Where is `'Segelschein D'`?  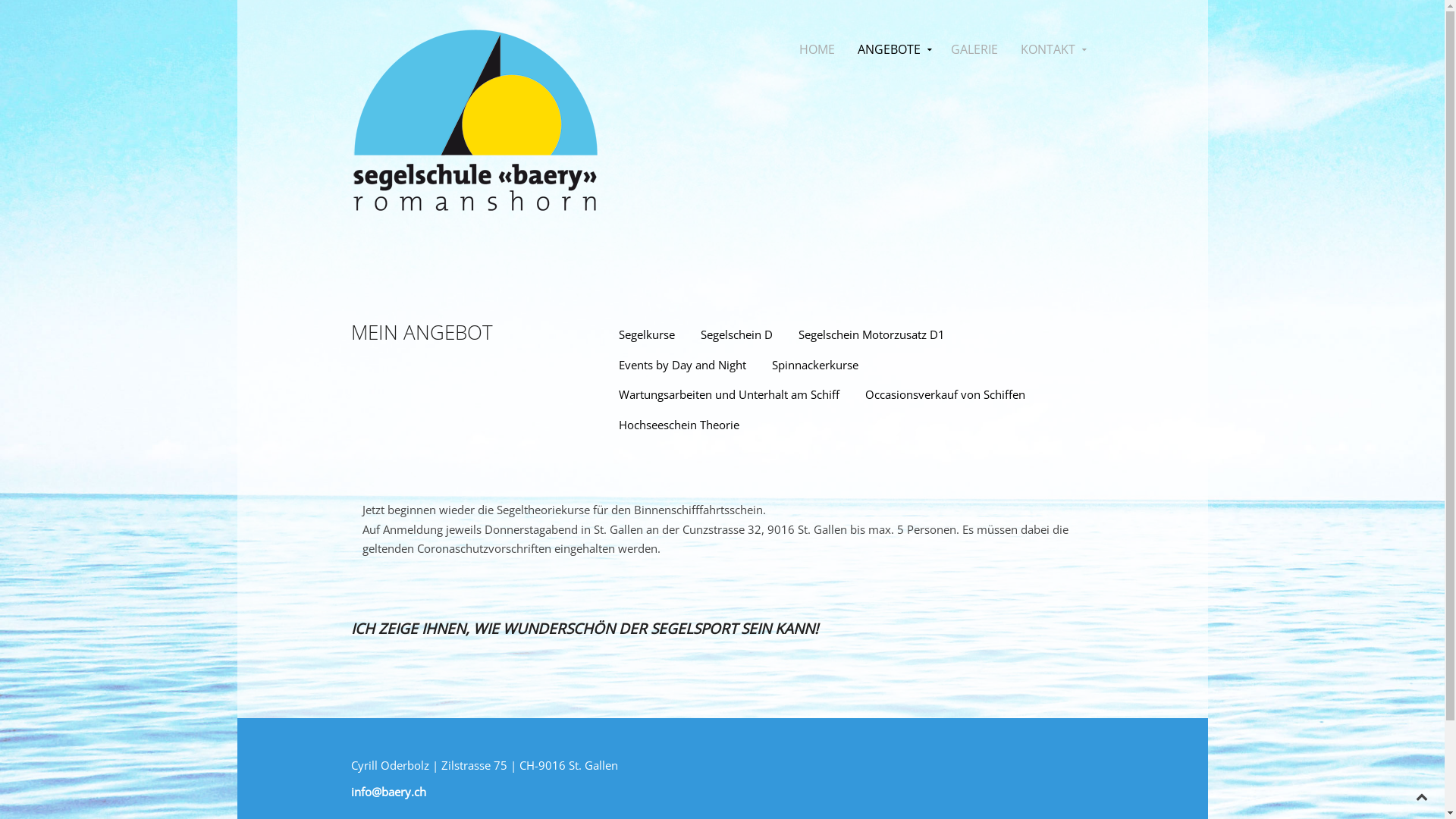
'Segelschein D' is located at coordinates (736, 334).